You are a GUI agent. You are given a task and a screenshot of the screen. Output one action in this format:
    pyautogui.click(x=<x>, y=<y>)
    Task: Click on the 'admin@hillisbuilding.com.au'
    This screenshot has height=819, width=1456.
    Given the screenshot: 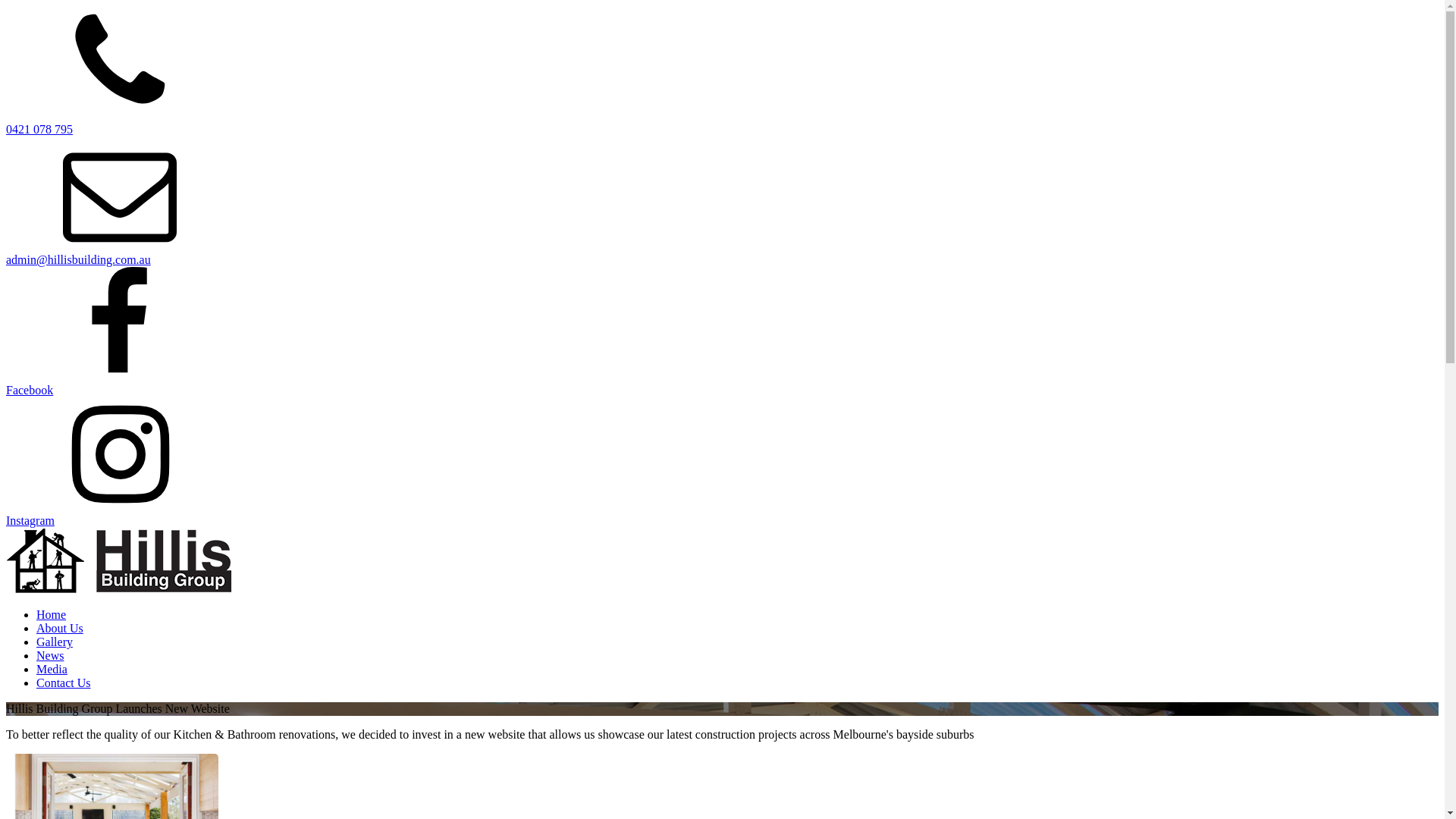 What is the action you would take?
    pyautogui.click(x=77, y=259)
    